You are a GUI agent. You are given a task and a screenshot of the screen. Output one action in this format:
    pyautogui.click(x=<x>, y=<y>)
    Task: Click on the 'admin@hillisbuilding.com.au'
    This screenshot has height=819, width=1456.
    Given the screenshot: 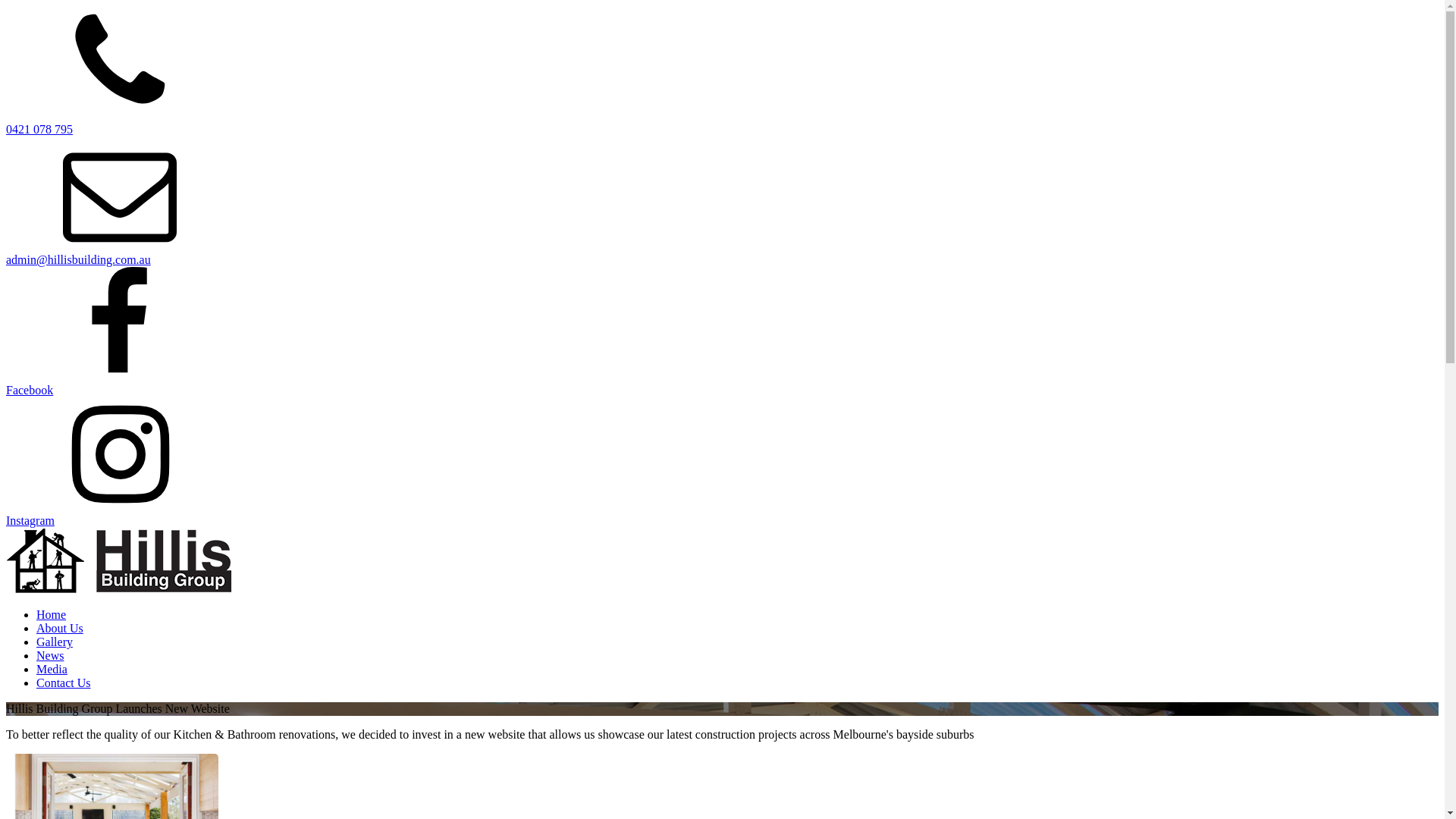 What is the action you would take?
    pyautogui.click(x=77, y=259)
    